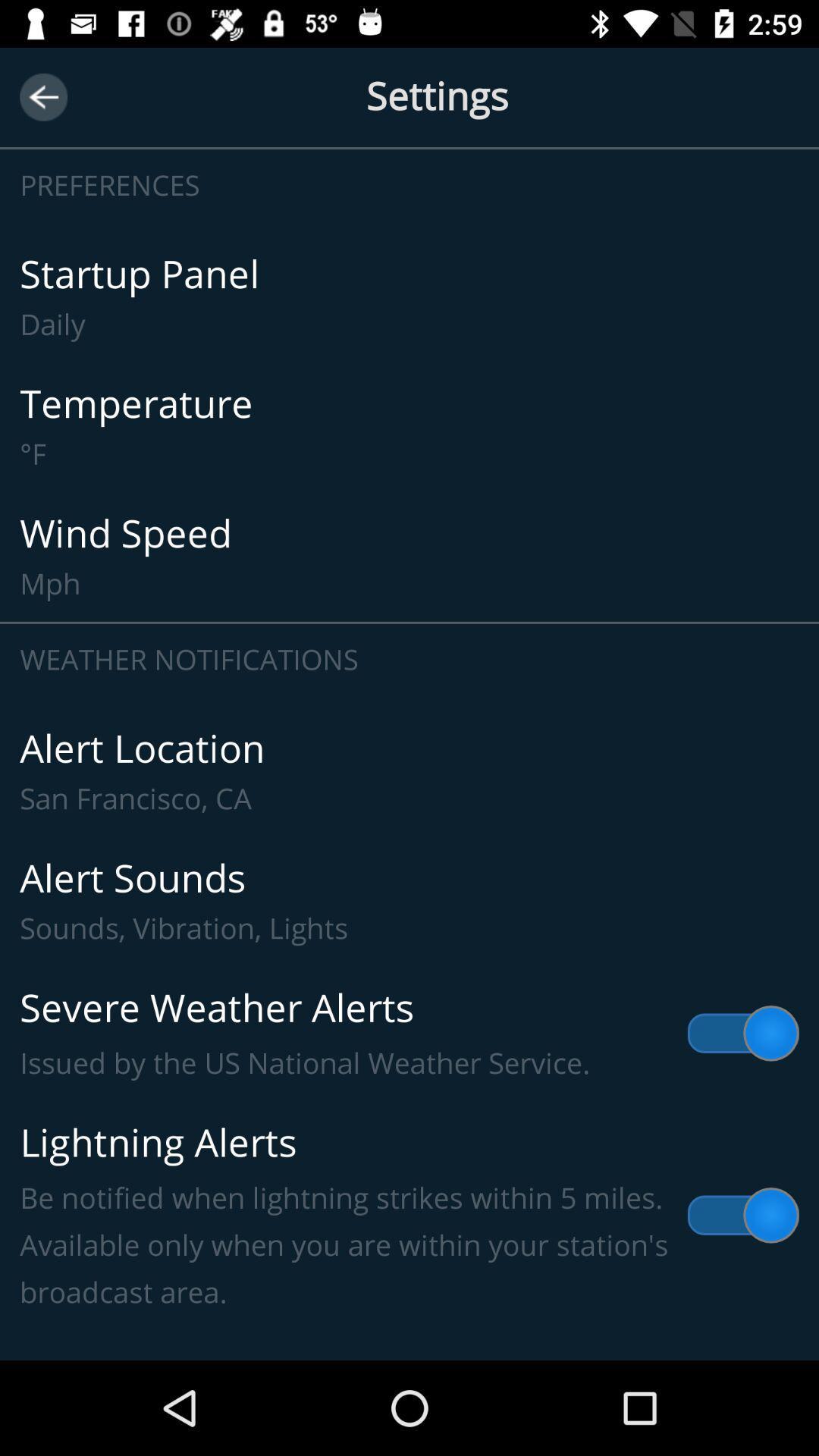 This screenshot has width=819, height=1456. Describe the element at coordinates (42, 96) in the screenshot. I see `the arrow_backward icon` at that location.